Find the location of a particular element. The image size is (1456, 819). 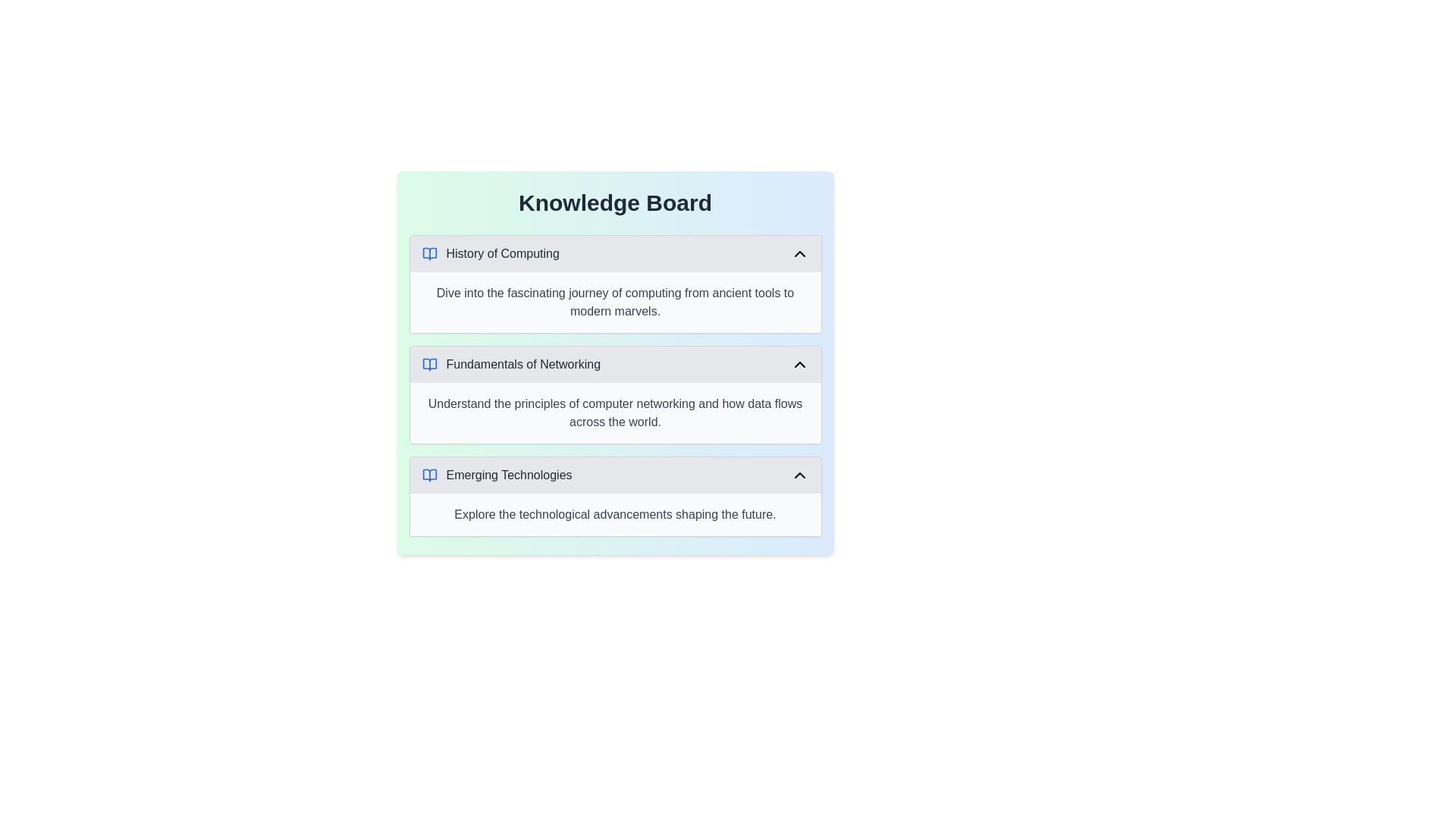

the upward-pointing chevron icon located in the upper-right corner of the 'Fundamentals of Networking' rectangle is located at coordinates (799, 365).